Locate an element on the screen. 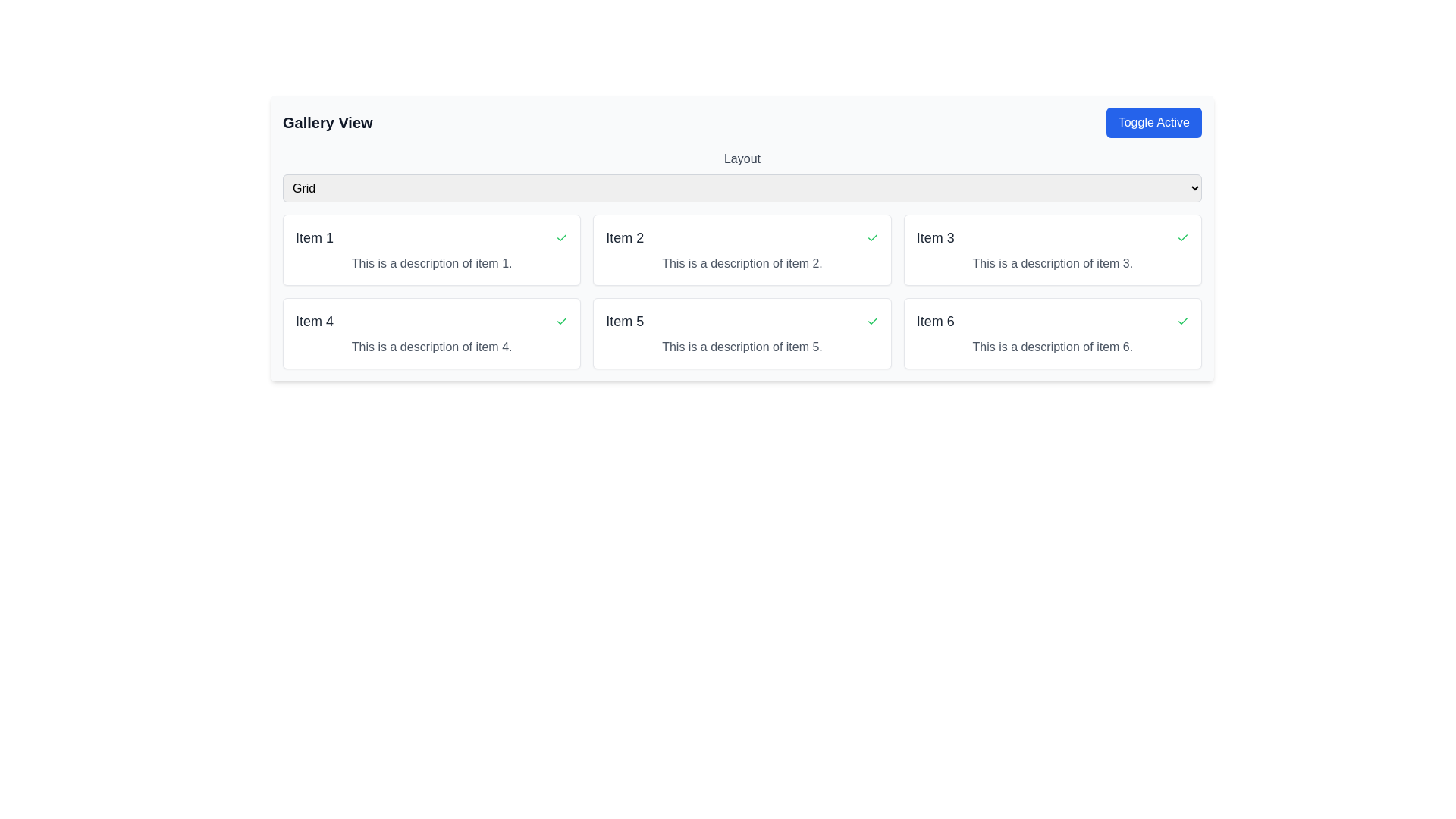  title 'Item 6' and the description 'This is a description of item 6' from the Informational card with a white background and rounded corners located in the third column of the second row is located at coordinates (1052, 332).